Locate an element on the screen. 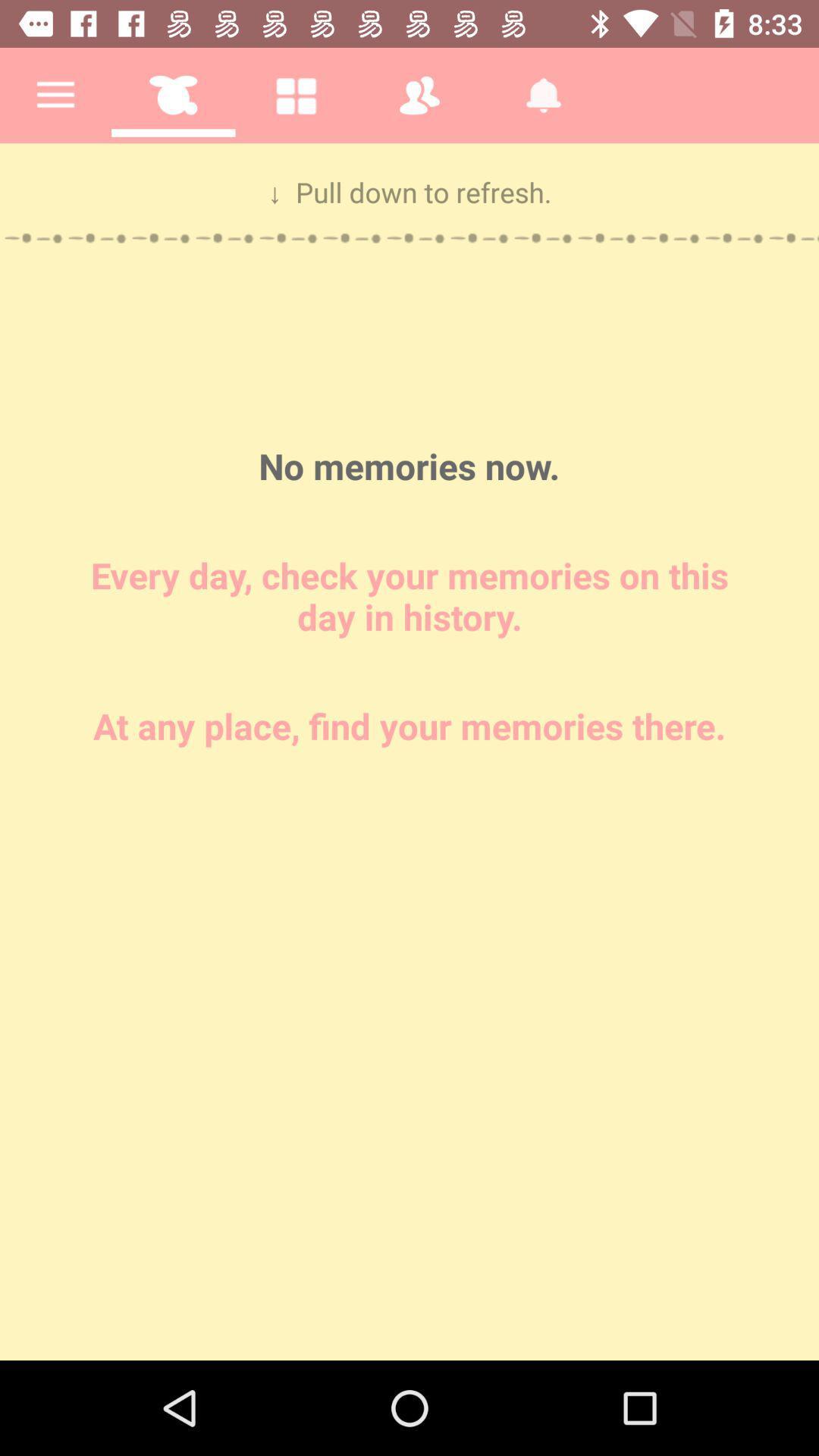 This screenshot has width=819, height=1456. the third icon on the first row is located at coordinates (296, 94).